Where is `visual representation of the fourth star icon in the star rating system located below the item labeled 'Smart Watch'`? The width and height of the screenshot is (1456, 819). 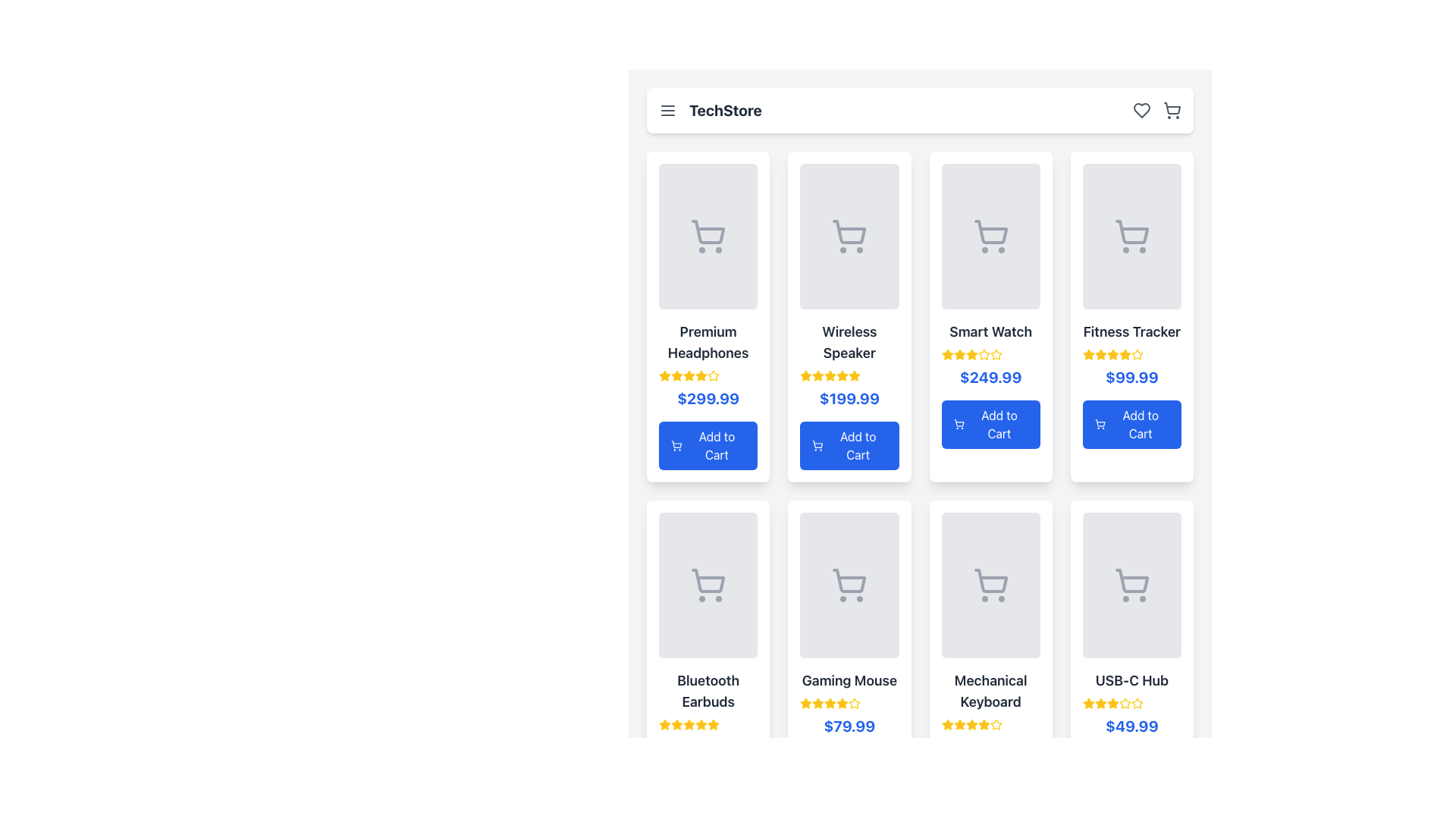
visual representation of the fourth star icon in the star rating system located below the item labeled 'Smart Watch' is located at coordinates (971, 354).